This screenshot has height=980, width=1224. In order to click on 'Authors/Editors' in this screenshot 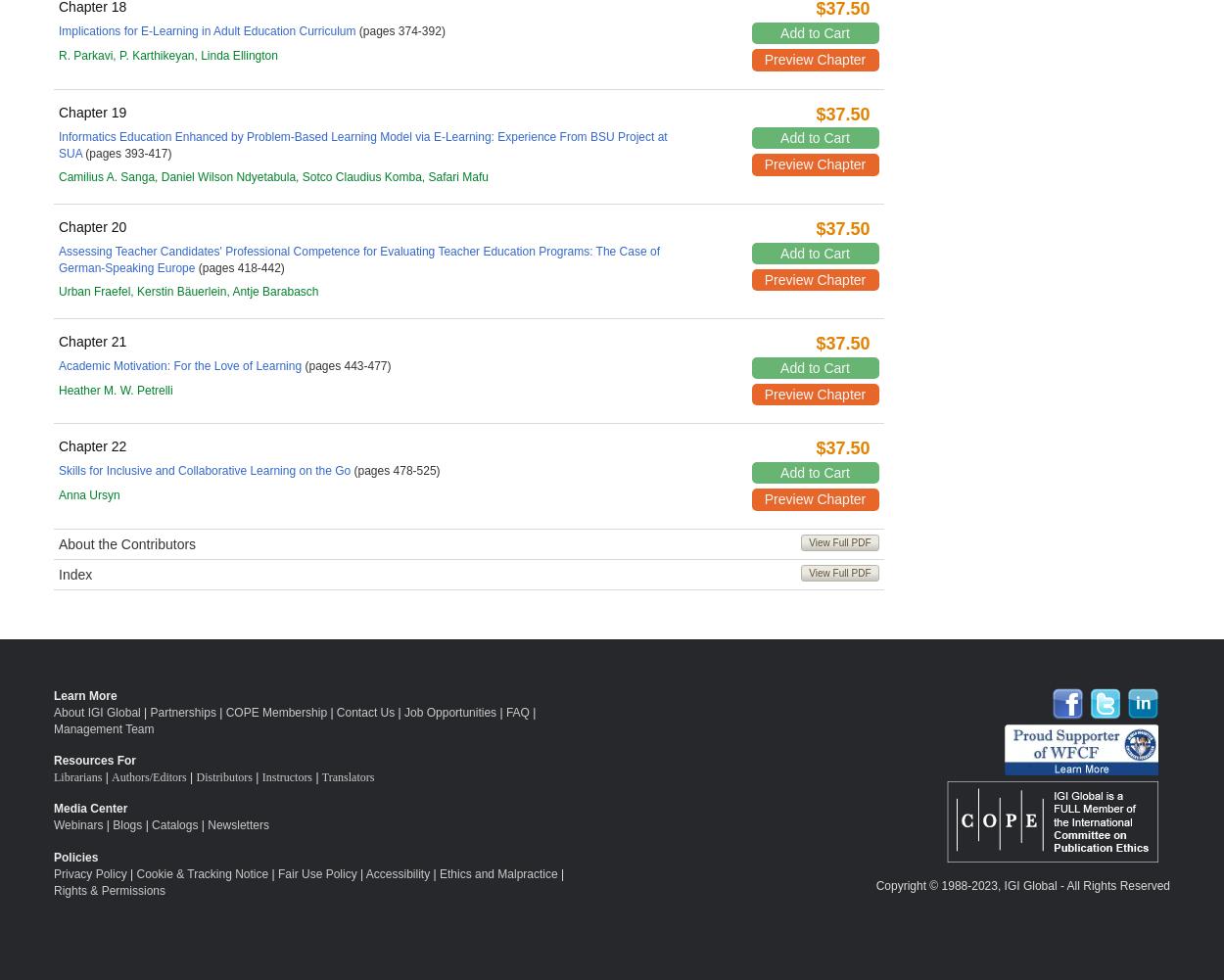, I will do `click(149, 775)`.